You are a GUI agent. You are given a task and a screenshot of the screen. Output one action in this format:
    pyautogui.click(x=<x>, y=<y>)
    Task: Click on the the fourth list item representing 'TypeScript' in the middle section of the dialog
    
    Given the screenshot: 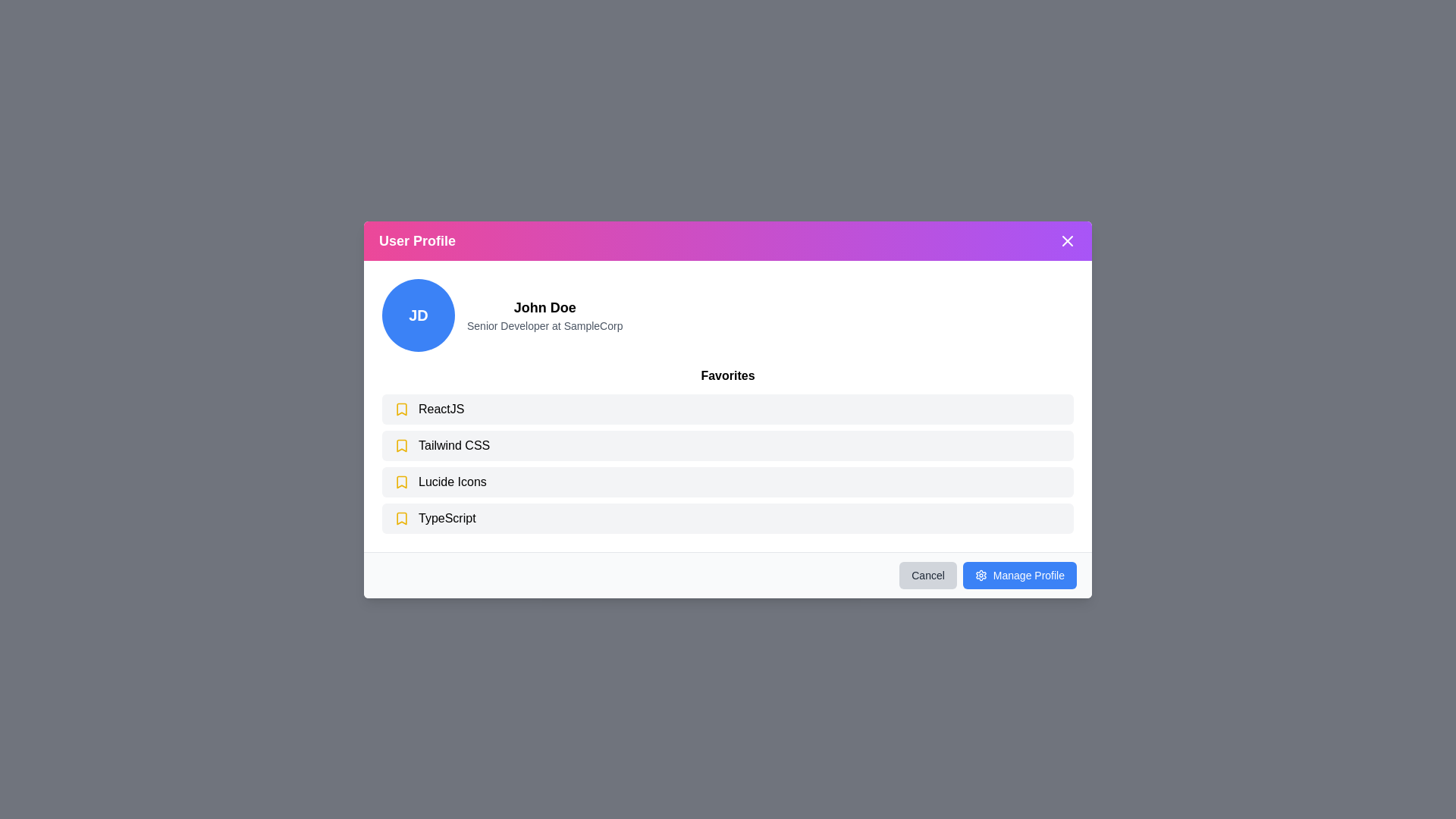 What is the action you would take?
    pyautogui.click(x=728, y=516)
    